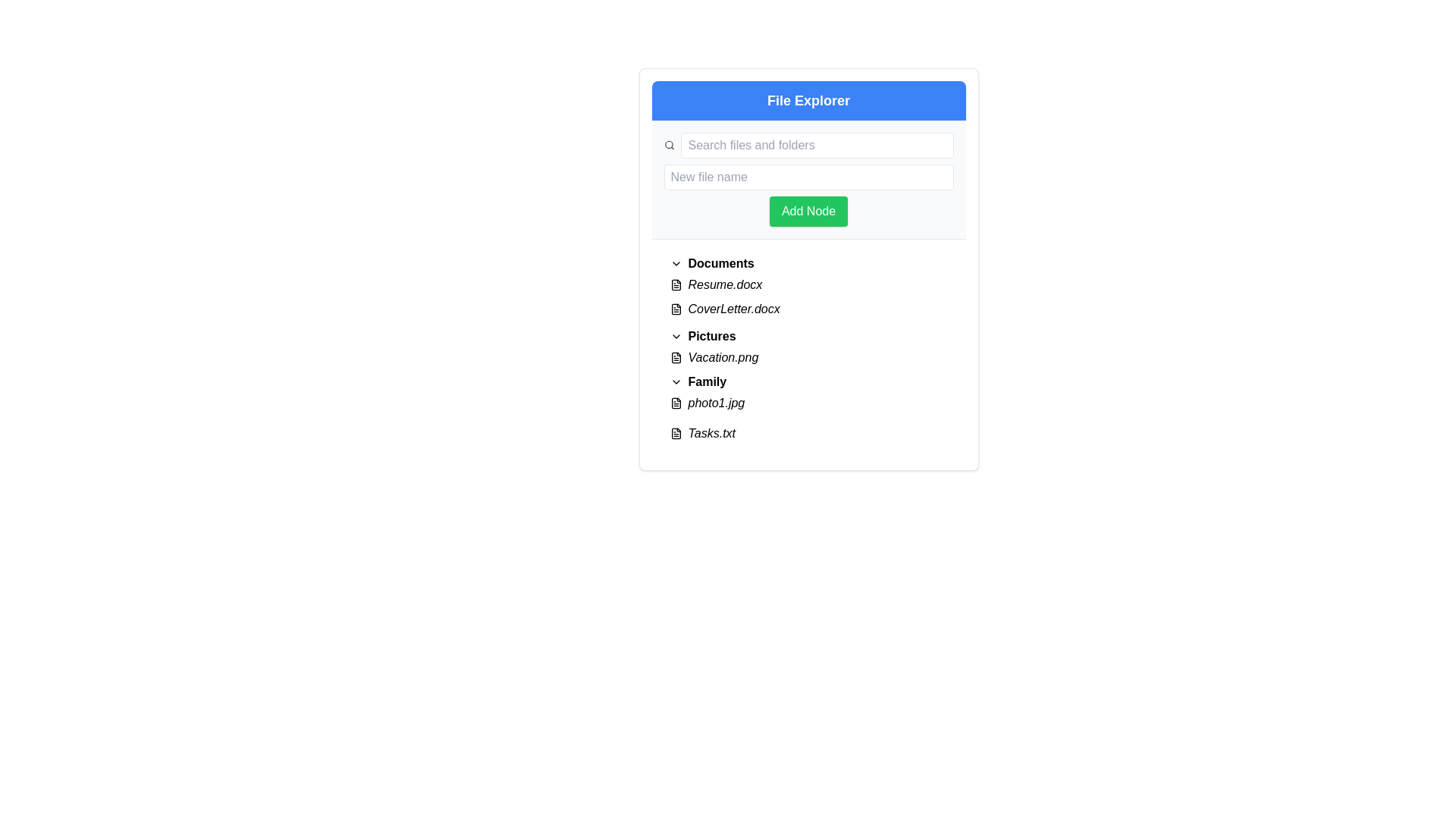  What do you see at coordinates (675, 403) in the screenshot?
I see `the file icon representing 'photo1.jpg' located within the file explorer interface, adjacent to the text label 'photo1.jpg' under the 'Family' label` at bounding box center [675, 403].